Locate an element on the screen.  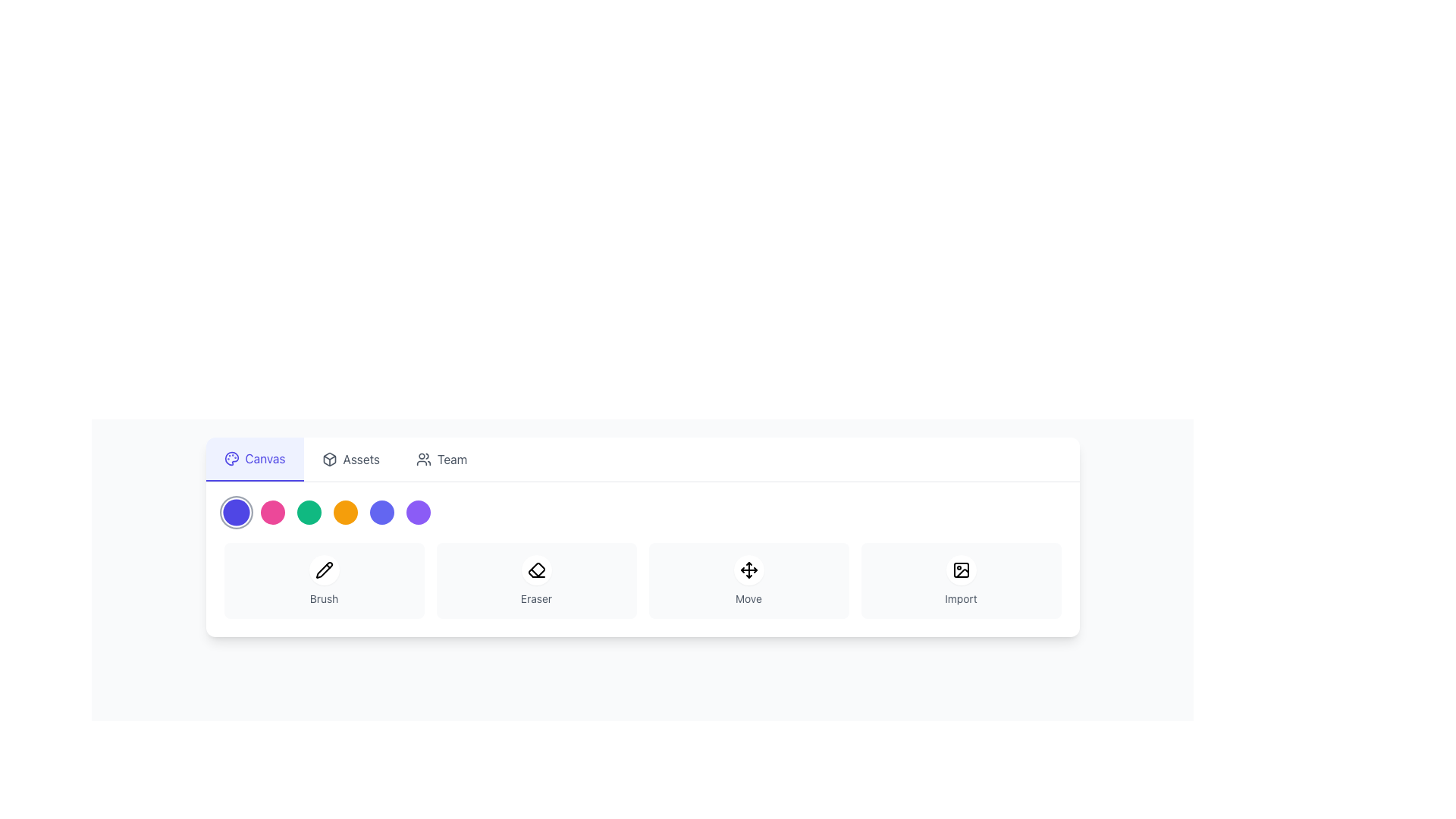
the text label reading 'Move', which is part of a tile on the bottom row of the interface, indicating secondary emphasis with its smaller gray font is located at coordinates (748, 598).